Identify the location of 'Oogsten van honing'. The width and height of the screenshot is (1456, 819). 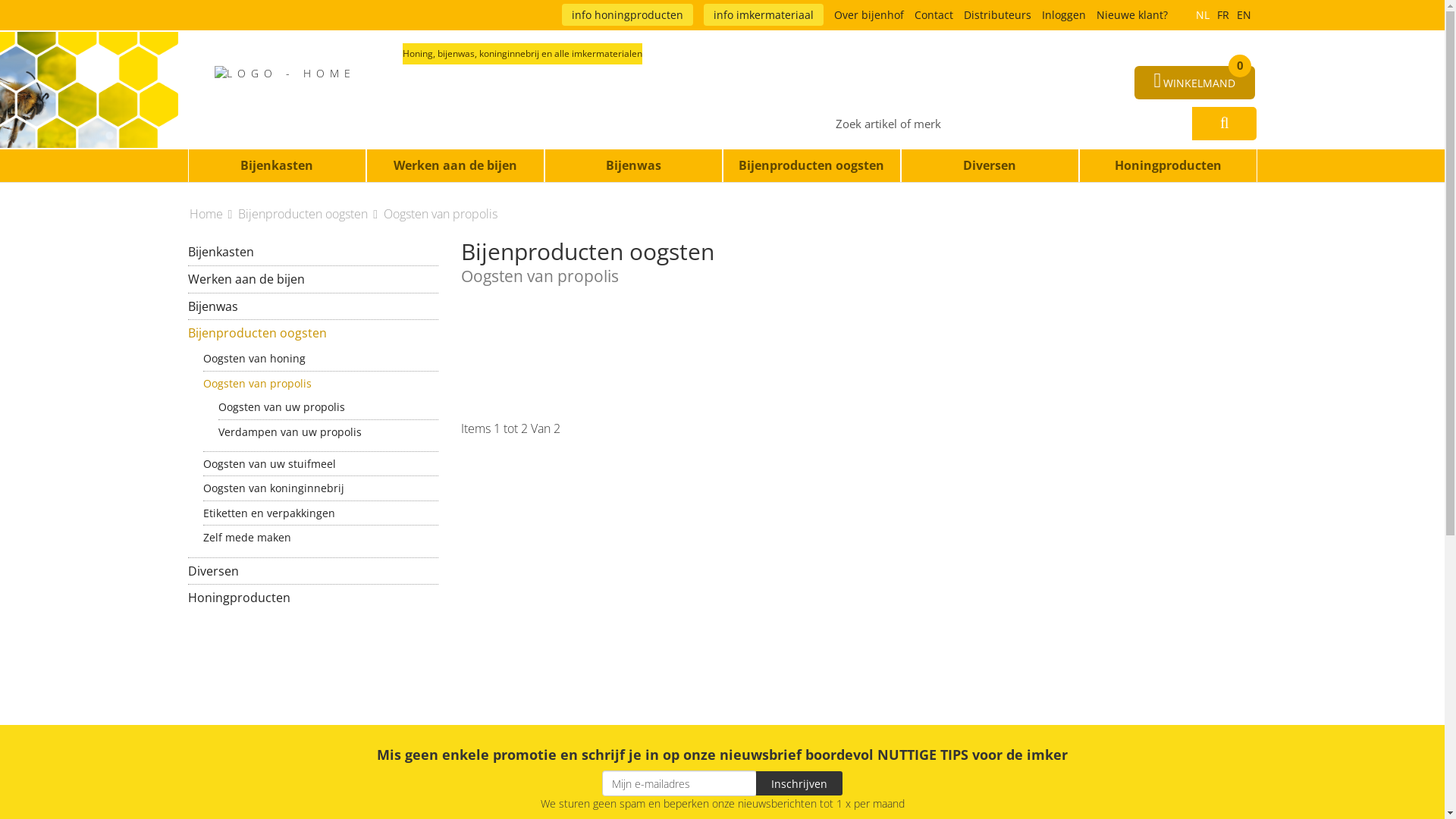
(319, 358).